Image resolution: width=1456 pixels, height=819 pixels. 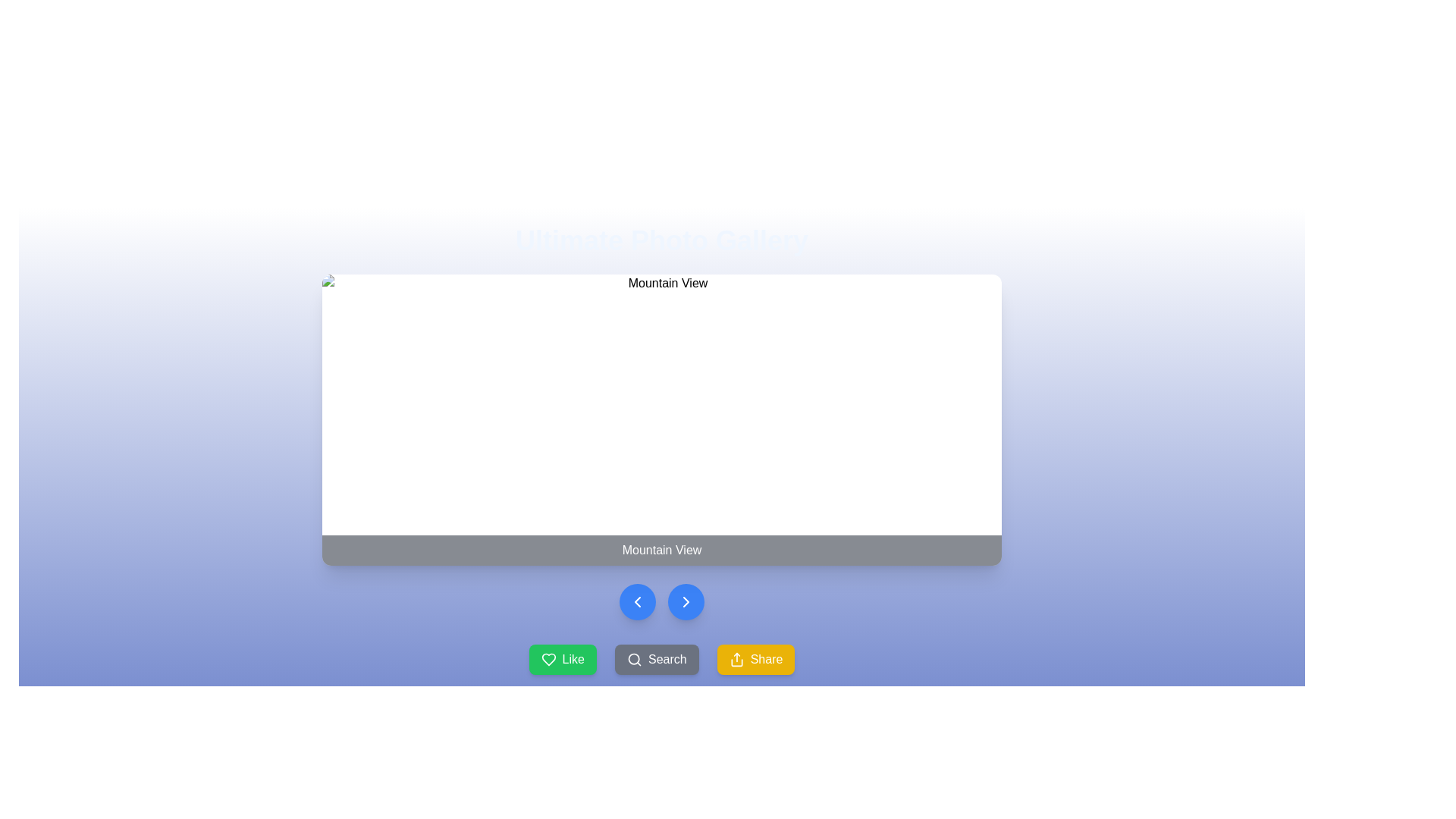 I want to click on the 'Like' button which contains the text label and is located within a green button at the bottom of the interface, so click(x=572, y=659).